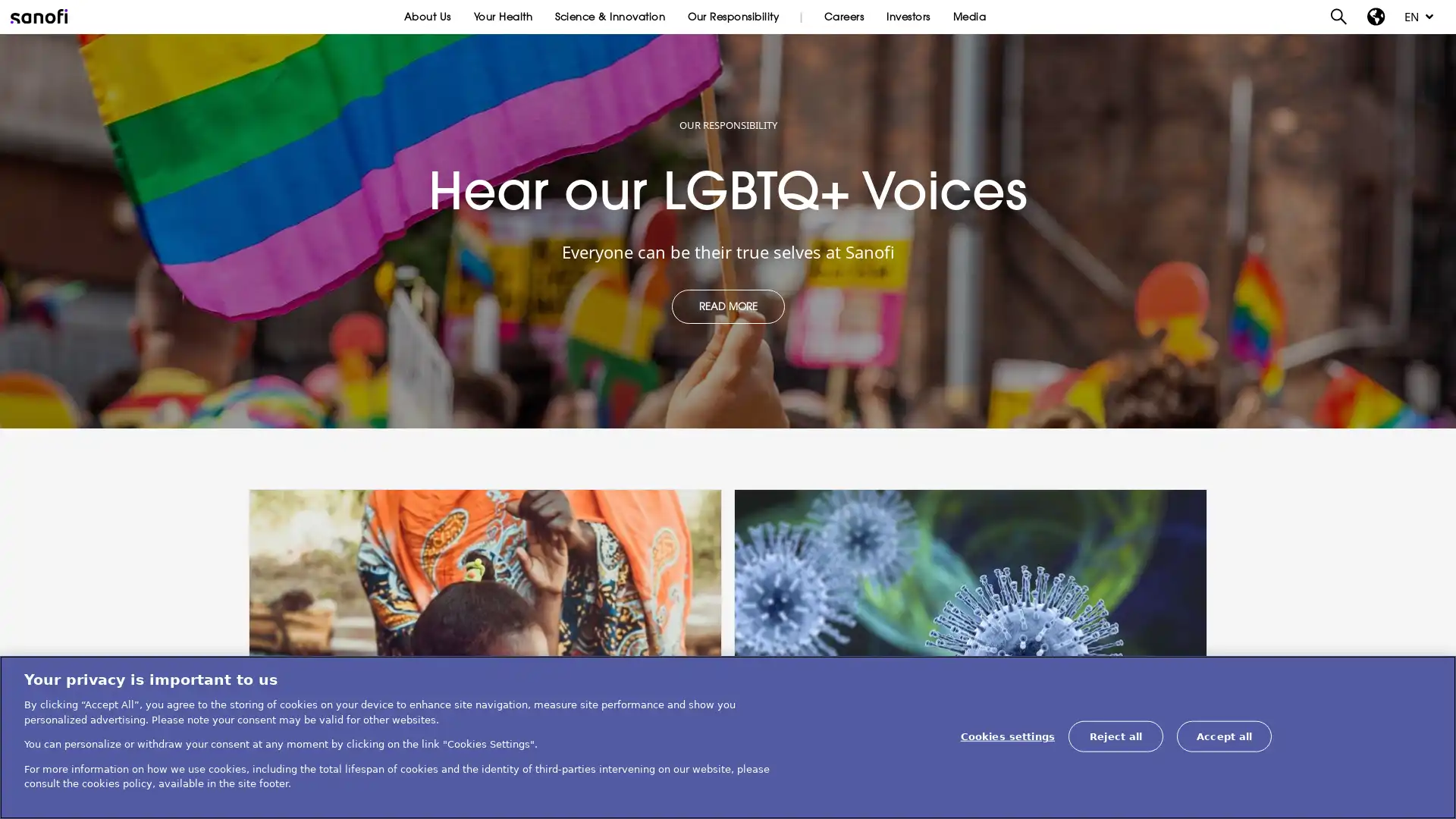  What do you see at coordinates (1407, 16) in the screenshot?
I see `EN` at bounding box center [1407, 16].